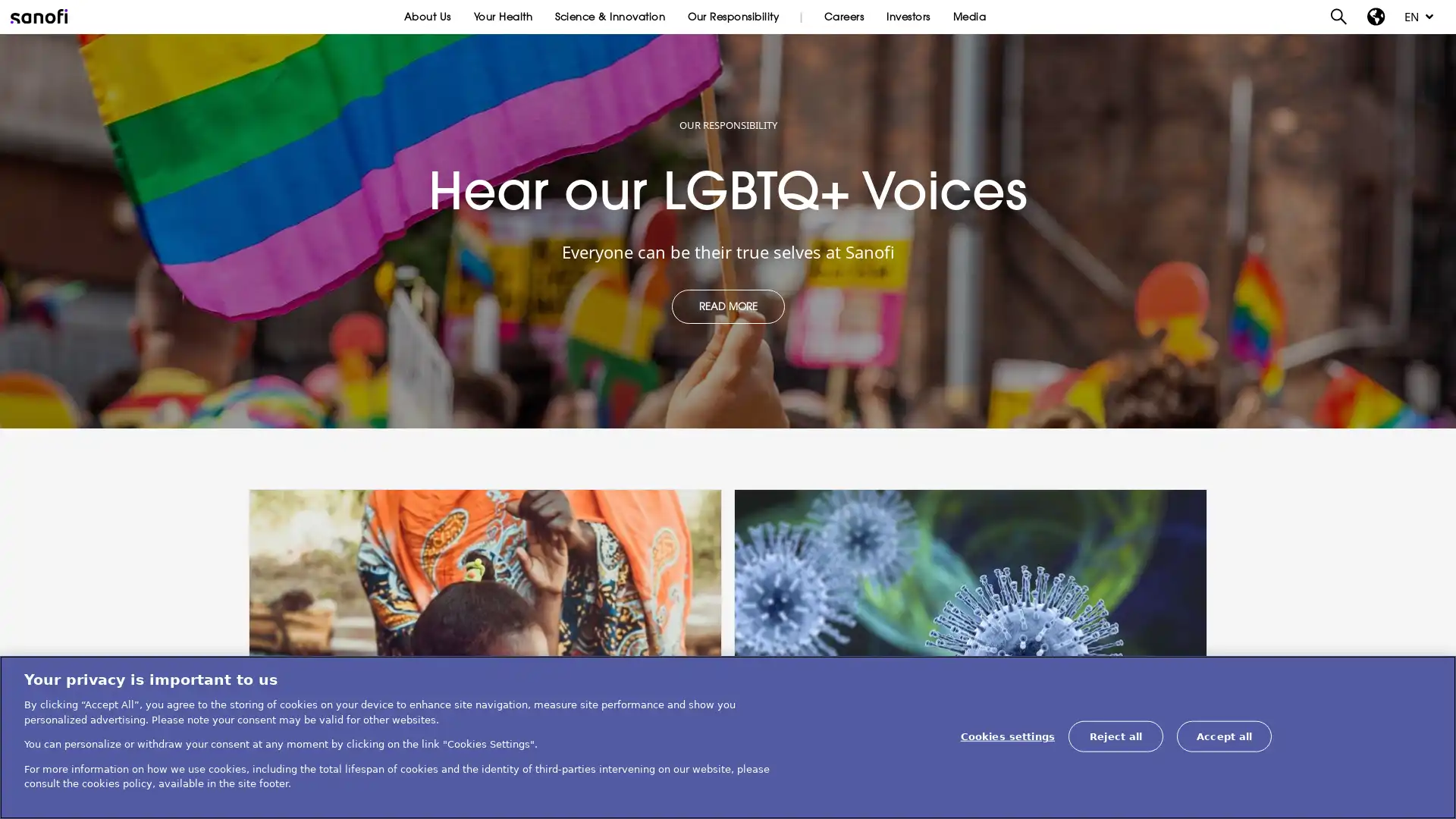  What do you see at coordinates (1407, 16) in the screenshot?
I see `EN` at bounding box center [1407, 16].